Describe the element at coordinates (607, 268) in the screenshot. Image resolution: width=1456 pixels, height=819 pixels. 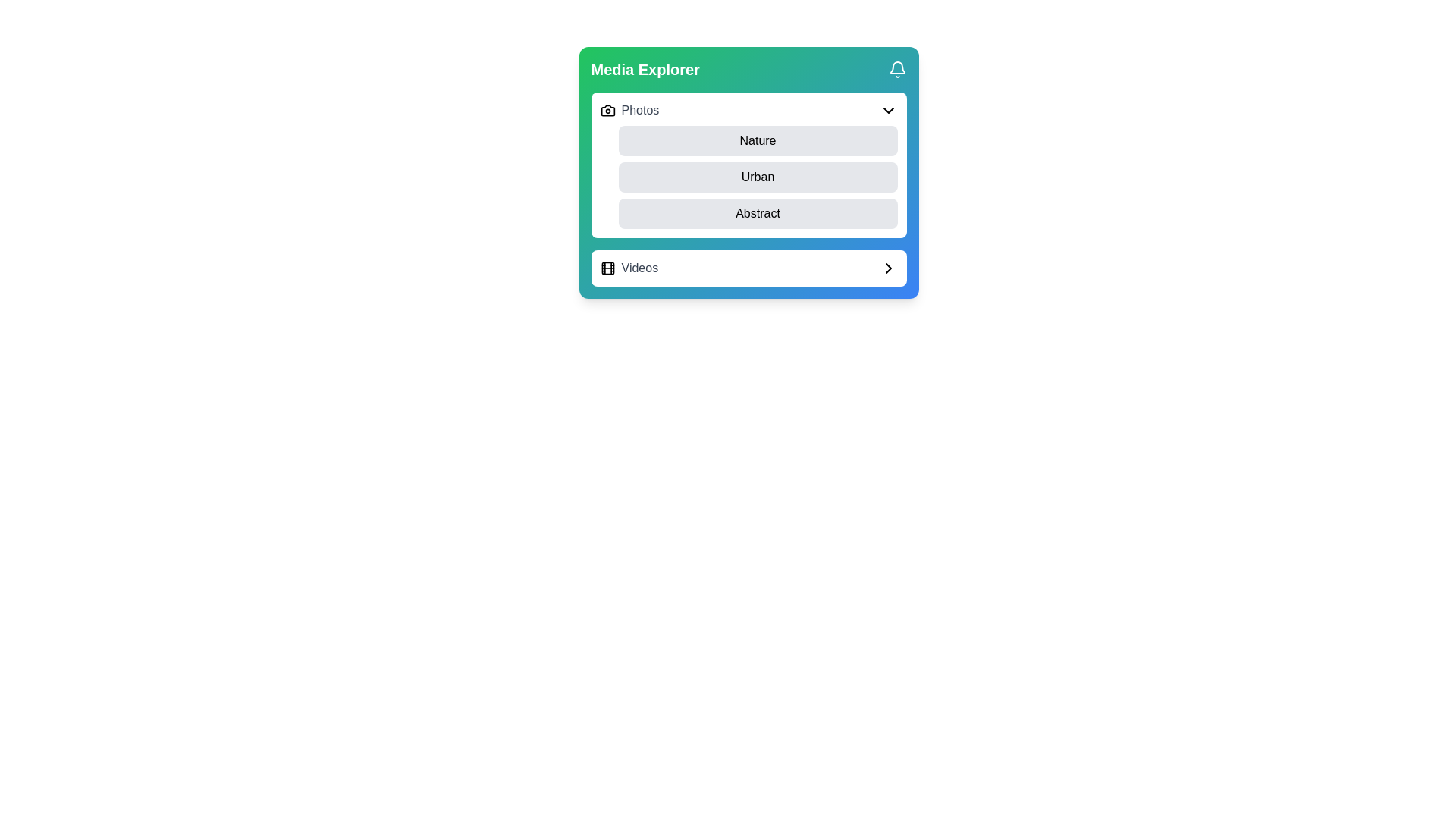
I see `the film strip icon located to the left of the 'Videos' label in the 'Media Explorer' interface` at that location.